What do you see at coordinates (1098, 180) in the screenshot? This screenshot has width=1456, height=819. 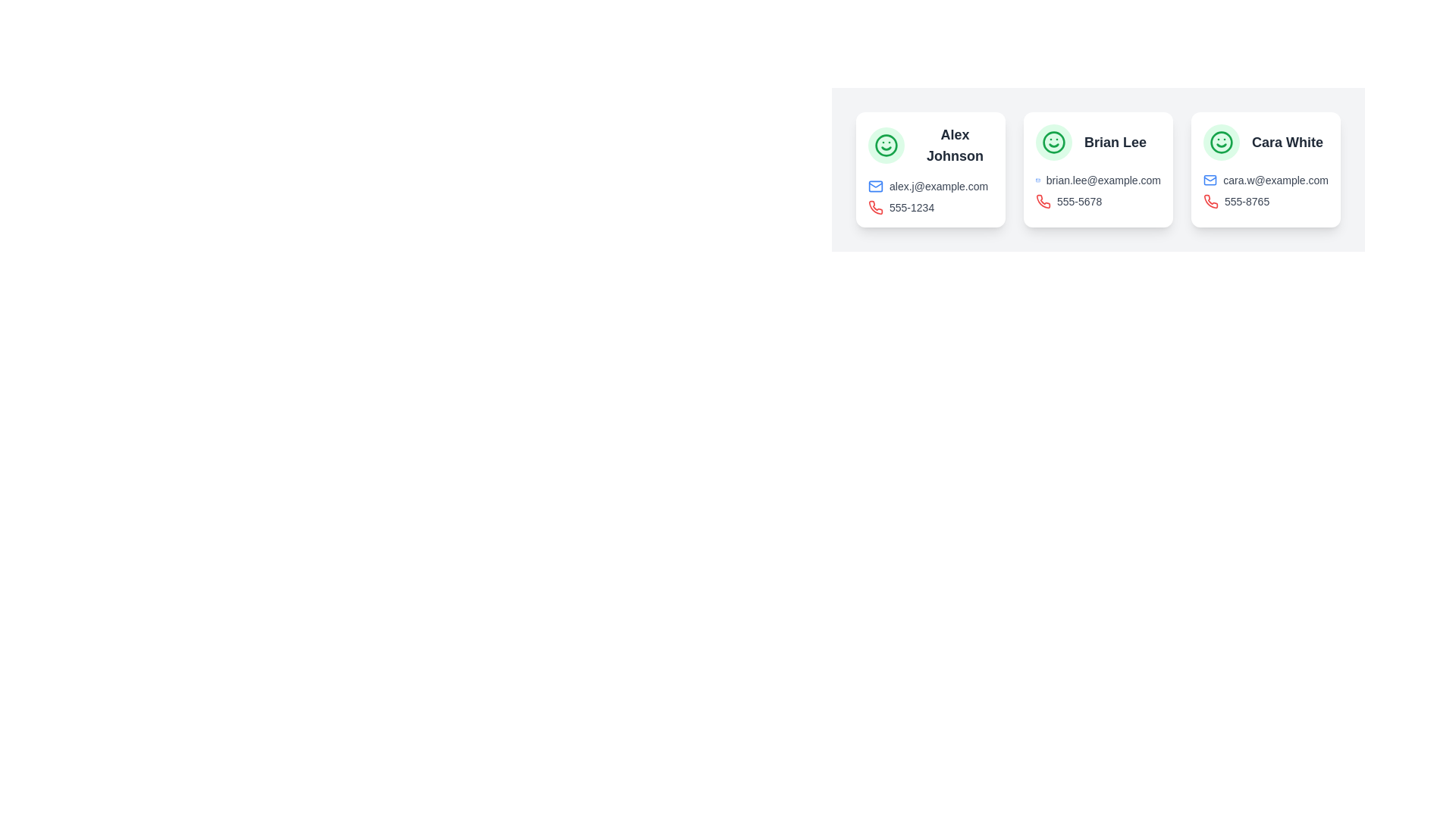 I see `email address displayed in the text label located beneath 'Brian Lee' and above '555-5678' in the second user information card from the left` at bounding box center [1098, 180].